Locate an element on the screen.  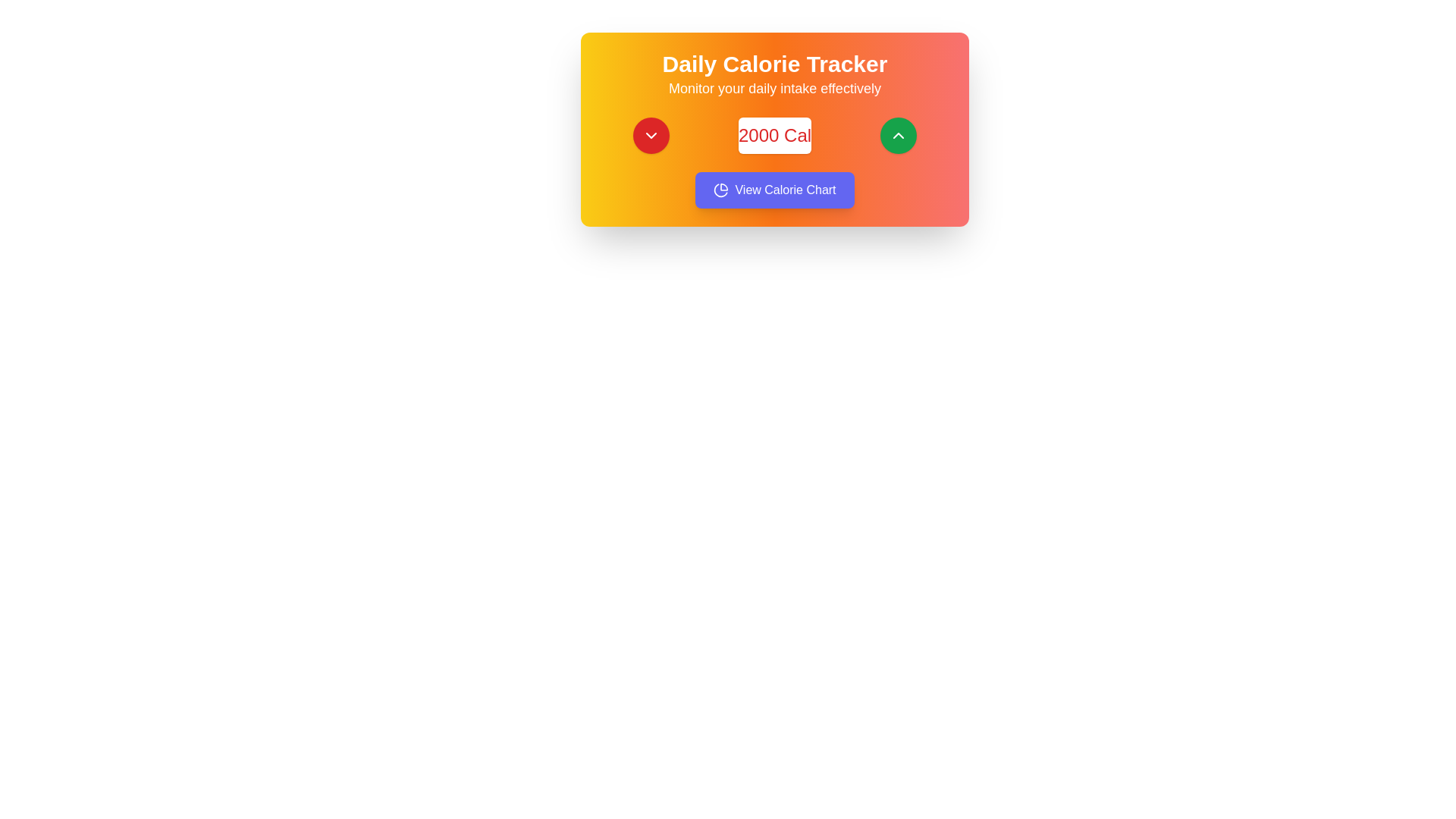
the heading and subheading text block that displays 'Daily Calorie Tracker' and 'Monitor your daily intake effectively', which is positioned at the top center of a brightly colored gradient card is located at coordinates (775, 75).